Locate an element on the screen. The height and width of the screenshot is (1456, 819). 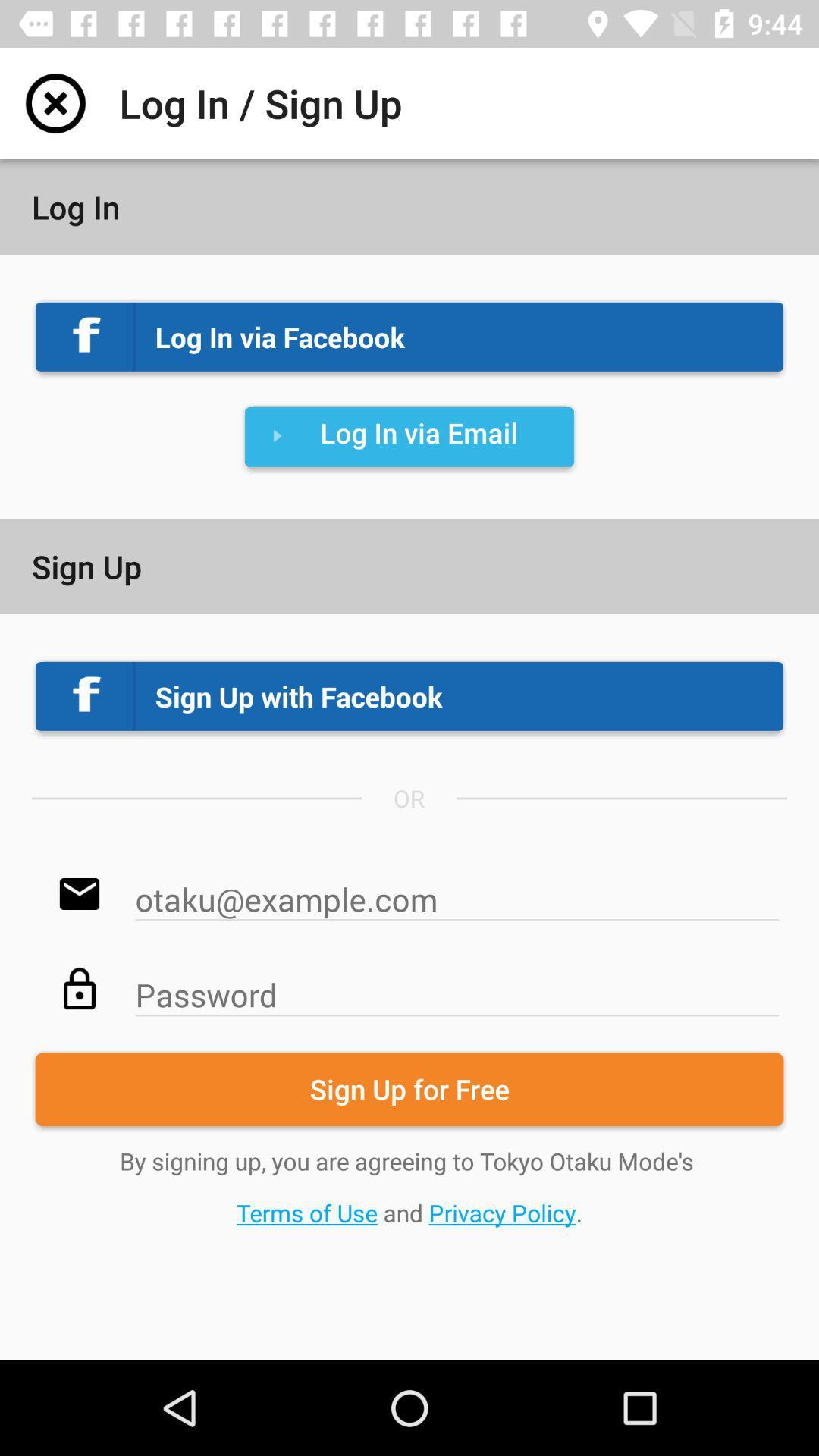
log in is located at coordinates (55, 102).